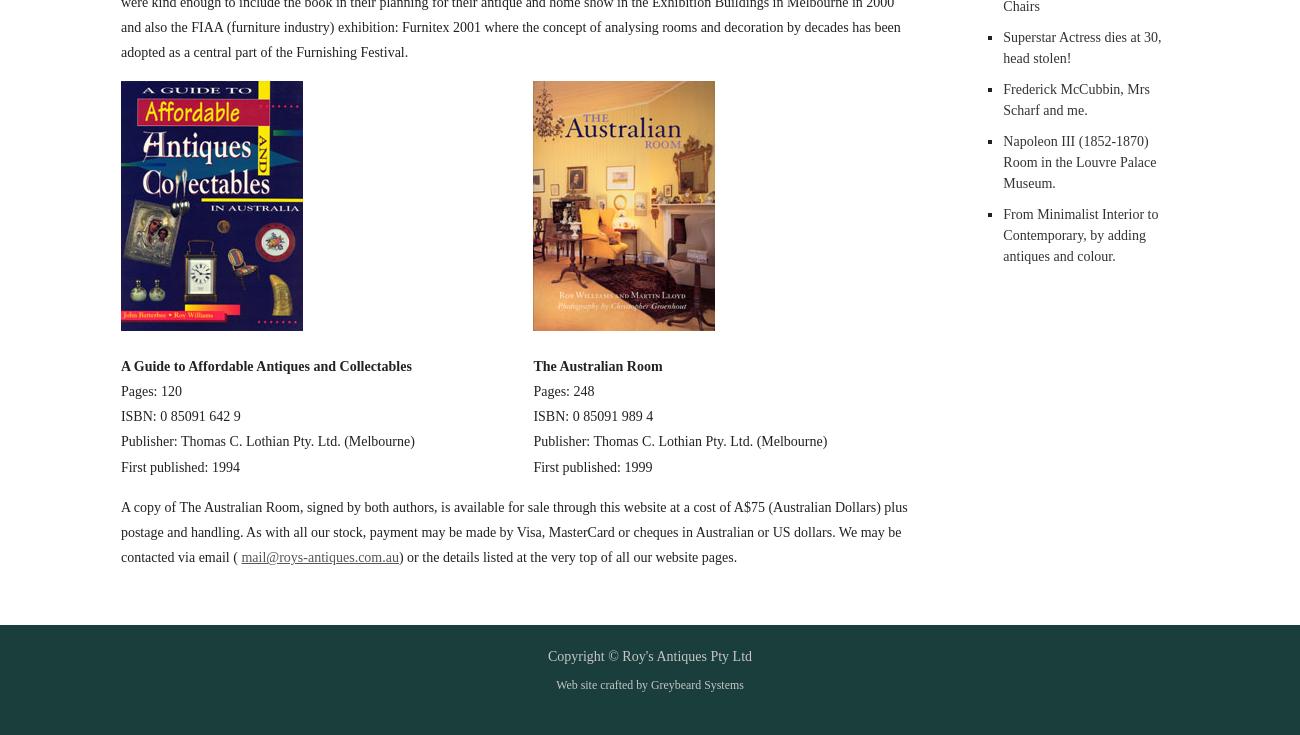 Image resolution: width=1300 pixels, height=735 pixels. Describe the element at coordinates (566, 556) in the screenshot. I see `') or the details listed at the very top of all our website pages.'` at that location.